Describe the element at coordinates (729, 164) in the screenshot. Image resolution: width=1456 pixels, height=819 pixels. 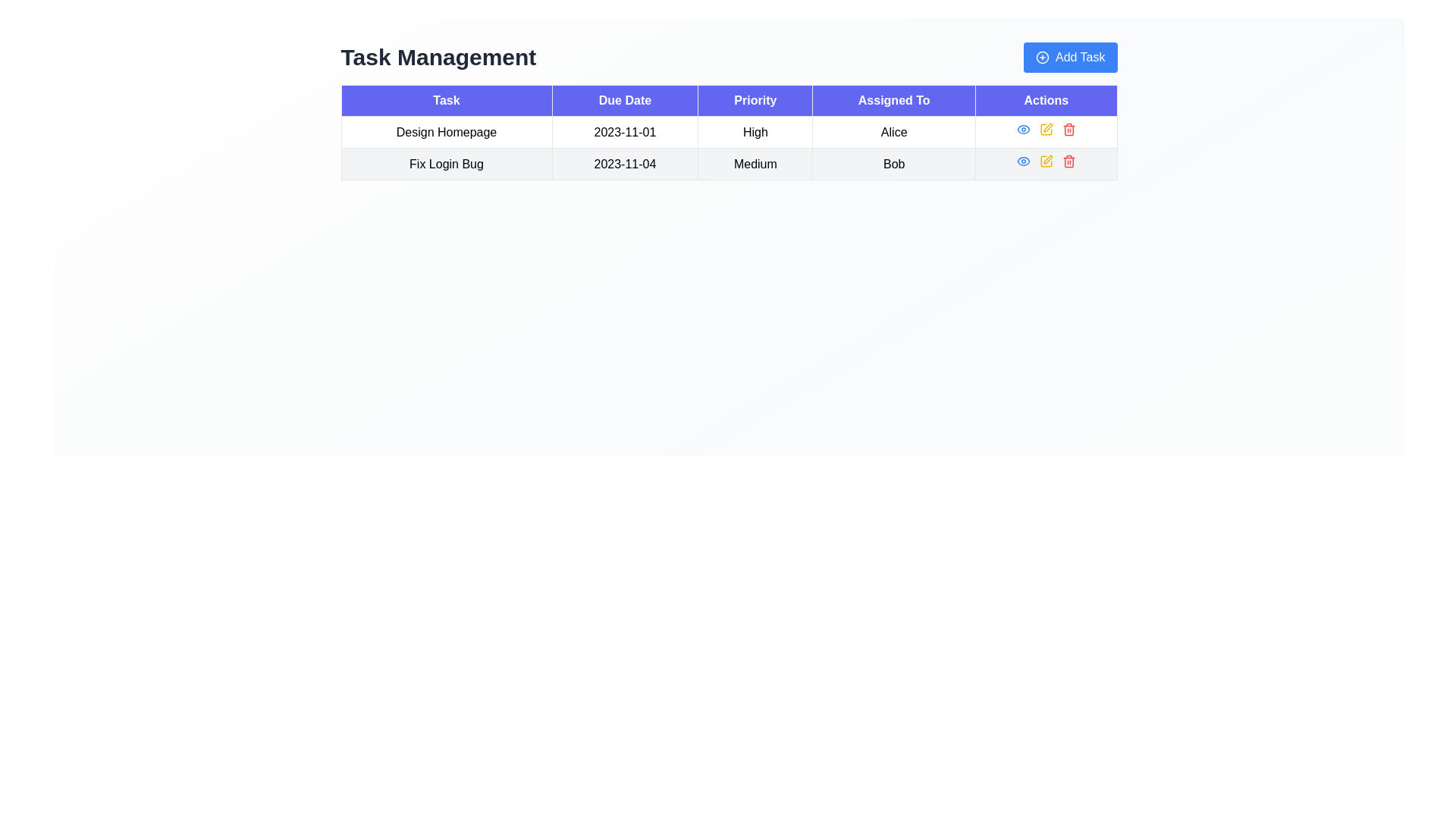
I see `individual cells in the task entry row located in the second row of the task management interface, which displays task details such as name, due date, priority, and assignee` at that location.